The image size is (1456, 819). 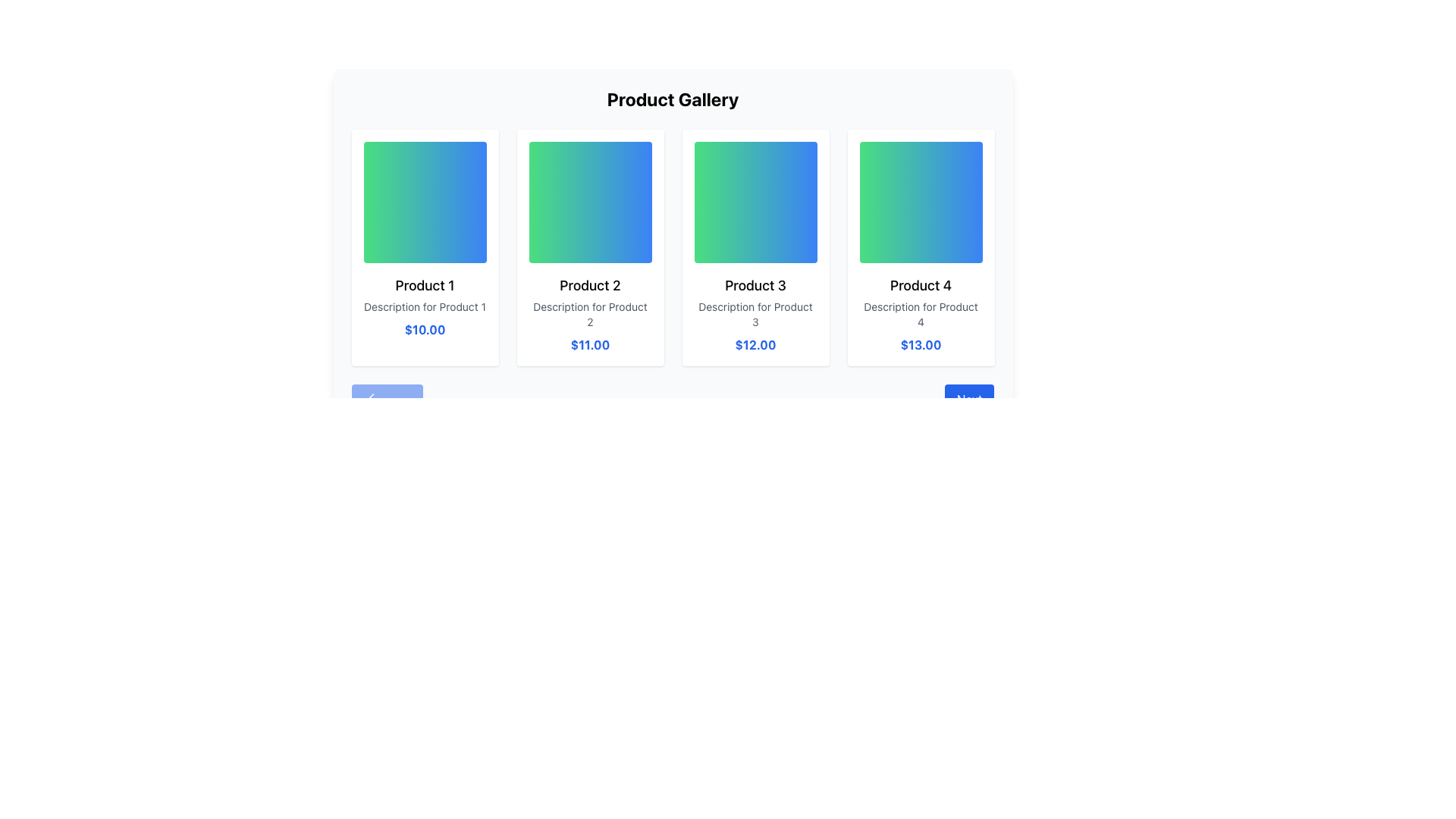 What do you see at coordinates (755, 314) in the screenshot?
I see `the Text Label displaying 'Description for Product 3', which is styled in small gray text and is located within the third product card below the title 'Product 3'` at bounding box center [755, 314].